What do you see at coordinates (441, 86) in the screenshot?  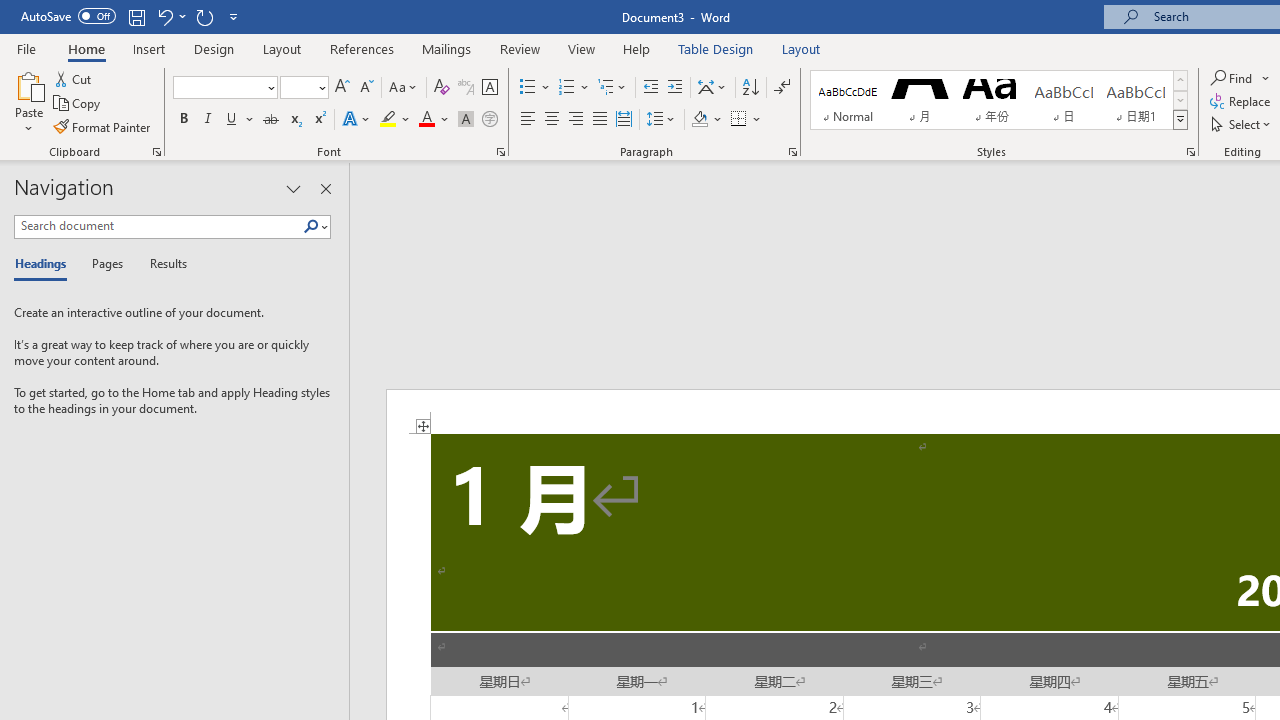 I see `'Clear Formatting'` at bounding box center [441, 86].